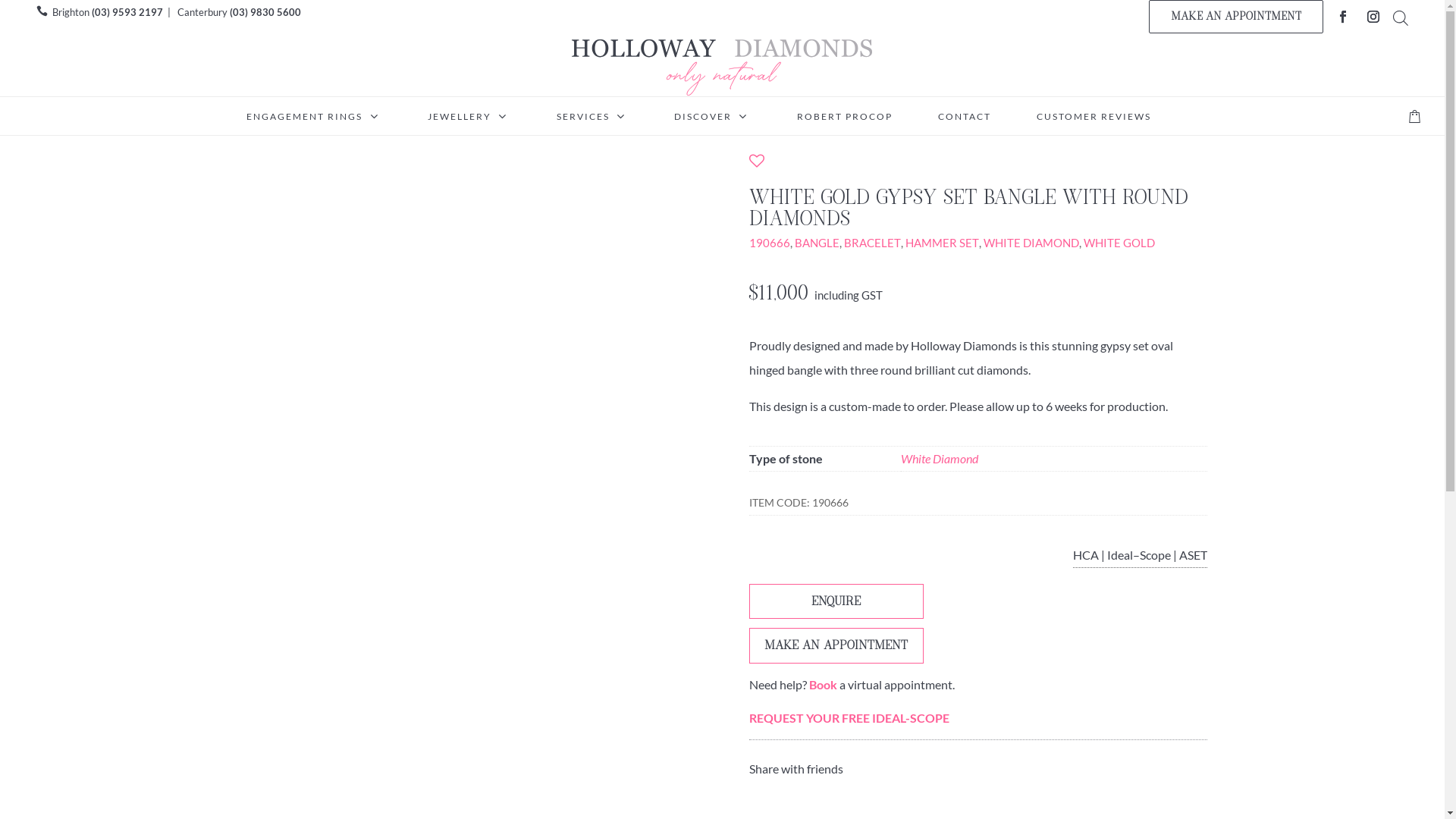 Image resolution: width=1456 pixels, height=819 pixels. What do you see at coordinates (1119, 242) in the screenshot?
I see `'WHITE GOLD'` at bounding box center [1119, 242].